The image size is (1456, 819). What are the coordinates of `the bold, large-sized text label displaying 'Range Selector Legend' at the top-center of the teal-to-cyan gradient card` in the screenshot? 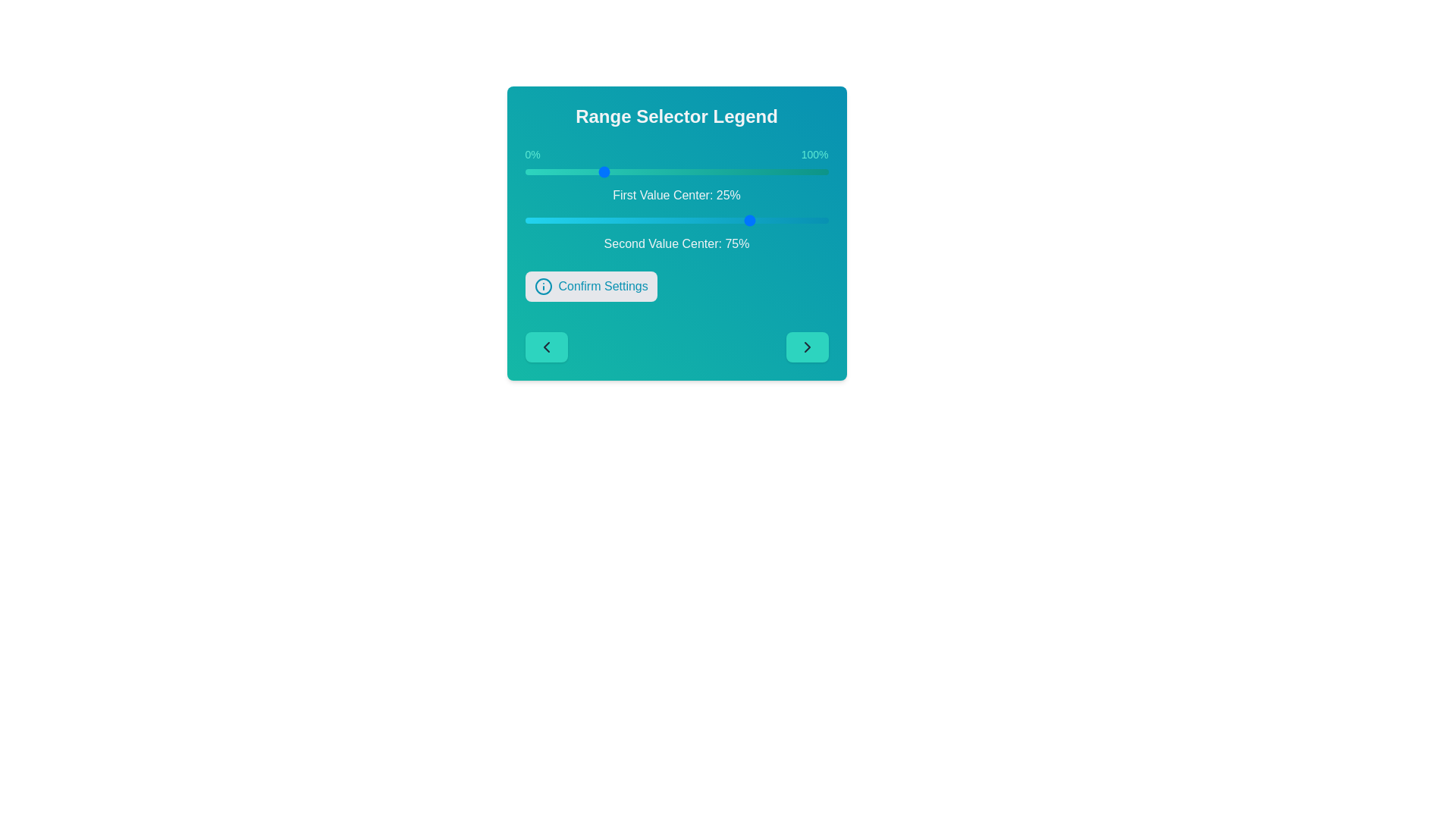 It's located at (676, 116).